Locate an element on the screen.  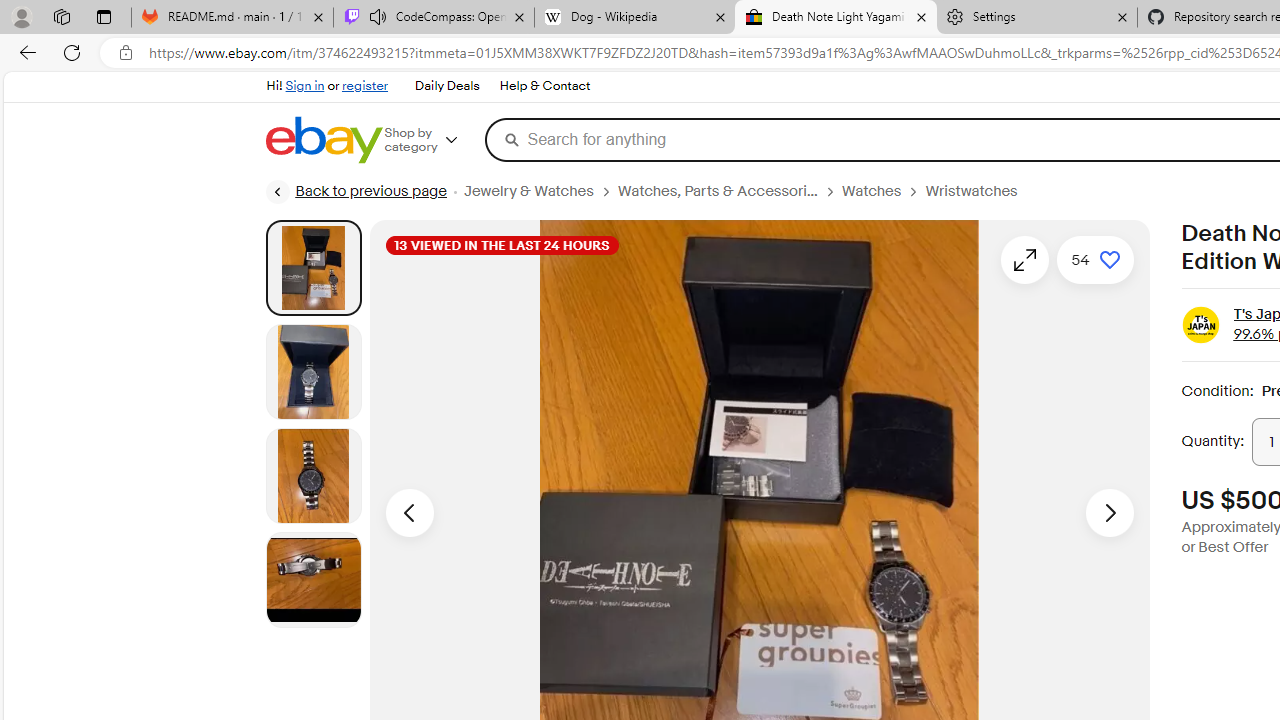
'register' is located at coordinates (364, 85).